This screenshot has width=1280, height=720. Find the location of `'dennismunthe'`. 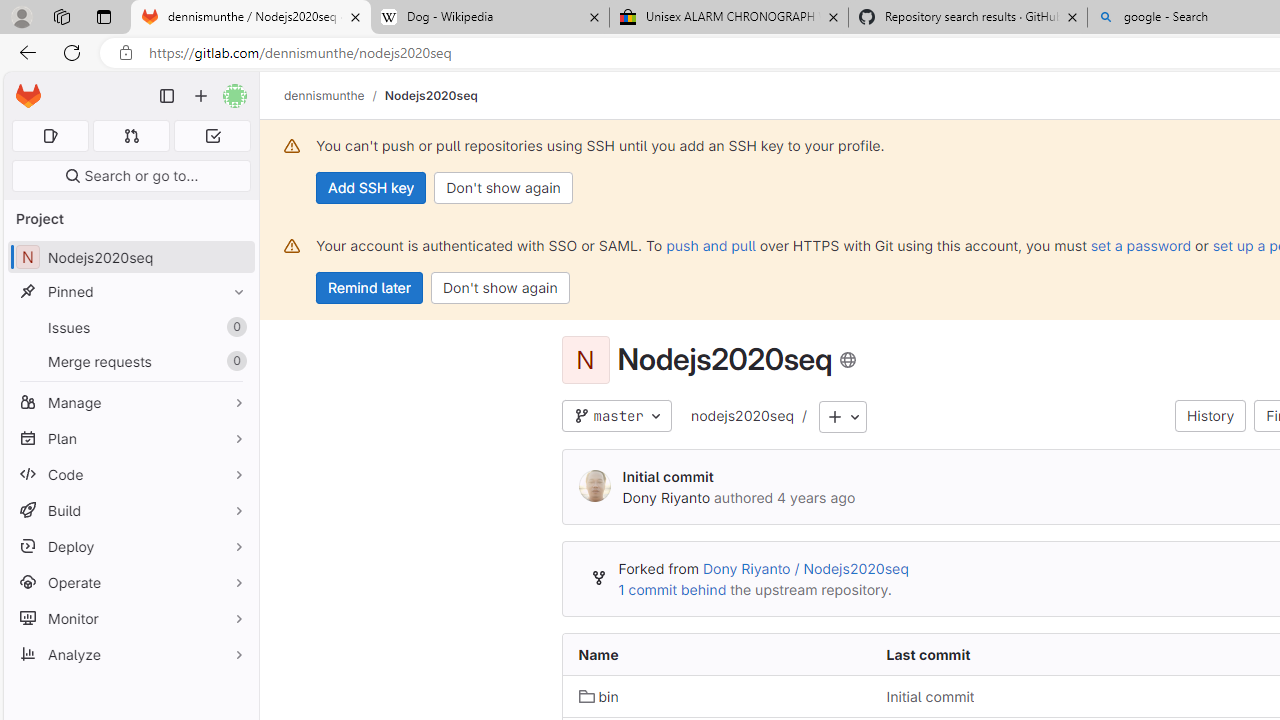

'dennismunthe' is located at coordinates (324, 95).